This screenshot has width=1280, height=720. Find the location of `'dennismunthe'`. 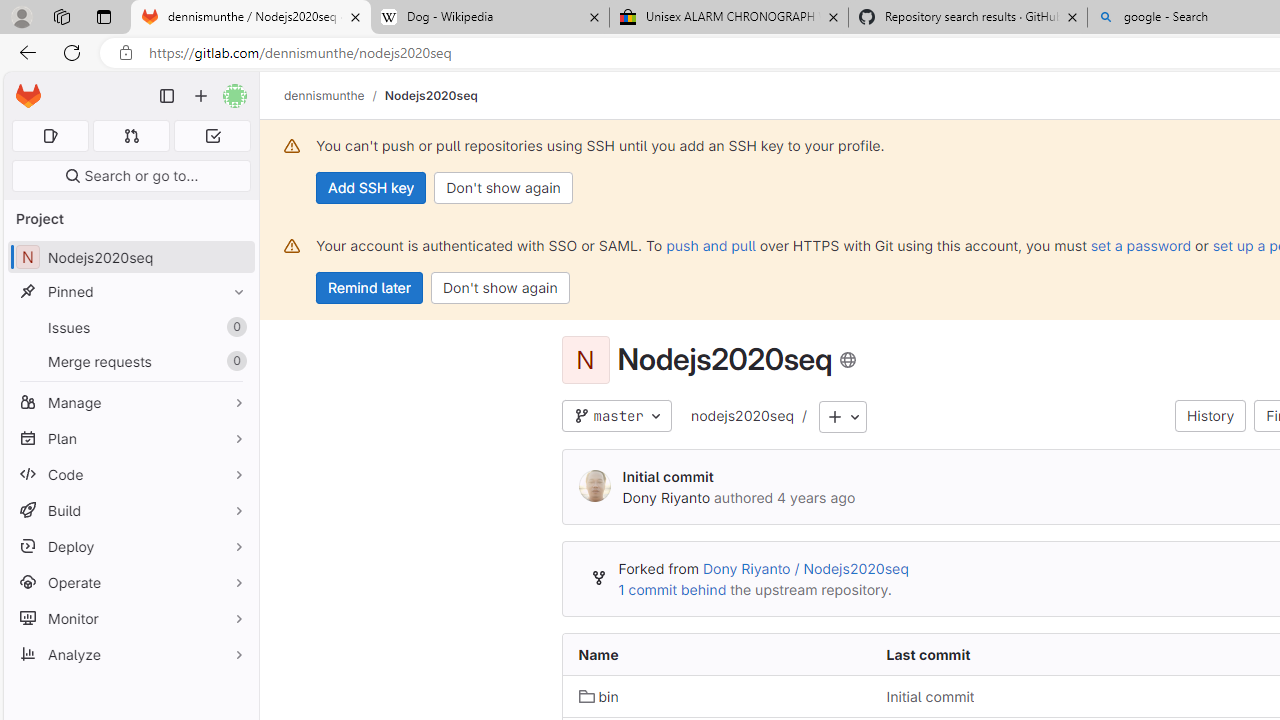

'dennismunthe' is located at coordinates (324, 95).